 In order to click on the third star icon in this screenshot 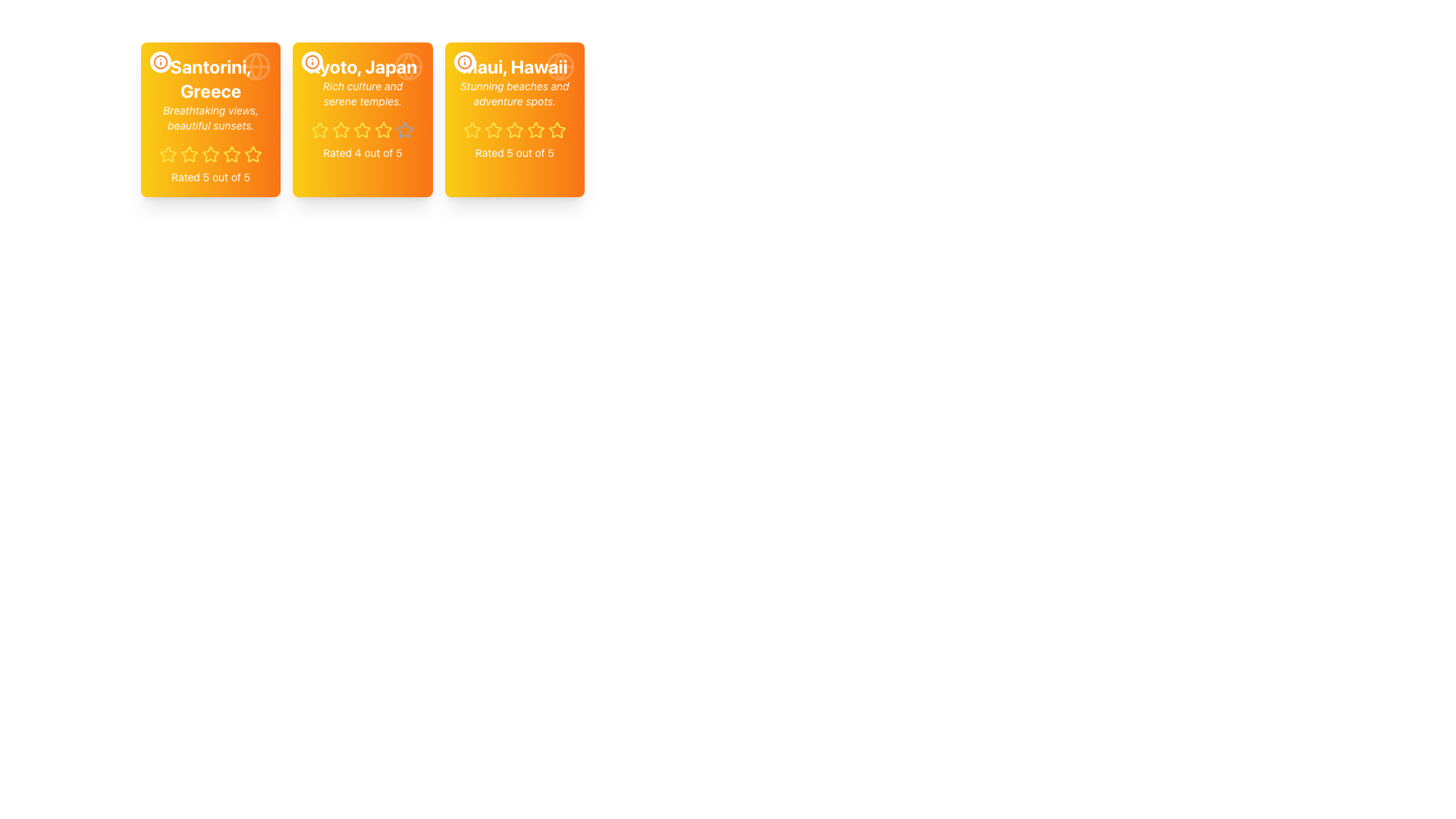, I will do `click(535, 129)`.